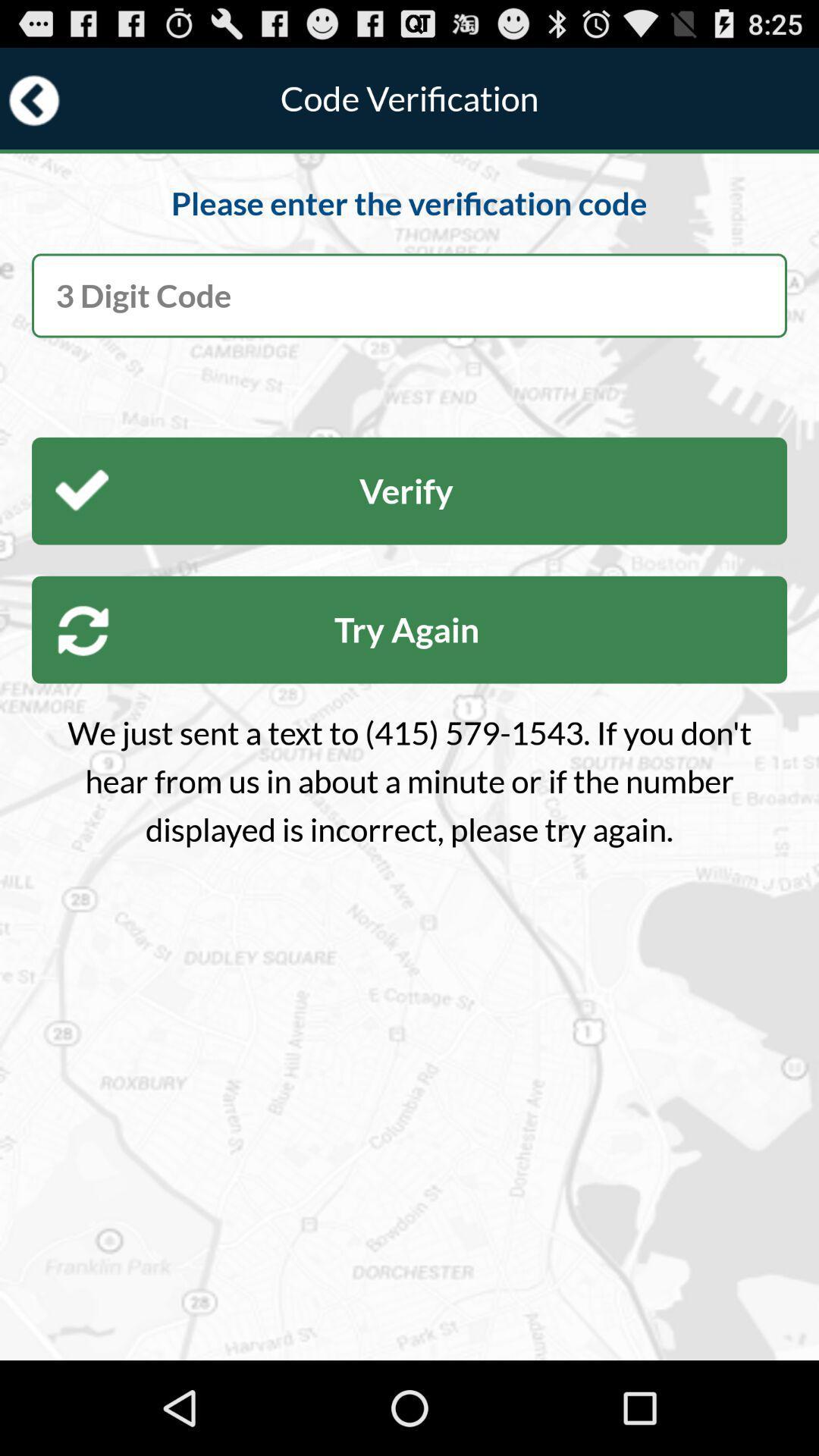 Image resolution: width=819 pixels, height=1456 pixels. What do you see at coordinates (409, 295) in the screenshot?
I see `the verification code received` at bounding box center [409, 295].